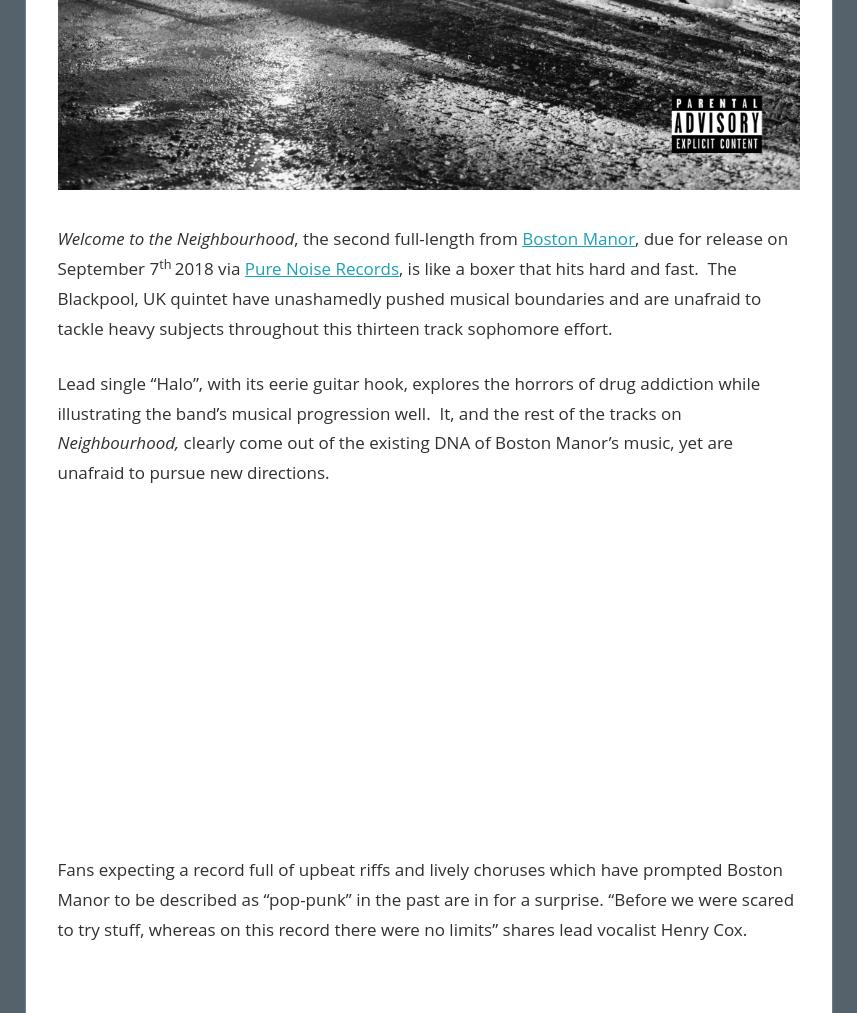 This screenshot has height=1013, width=857. Describe the element at coordinates (166, 261) in the screenshot. I see `'th'` at that location.